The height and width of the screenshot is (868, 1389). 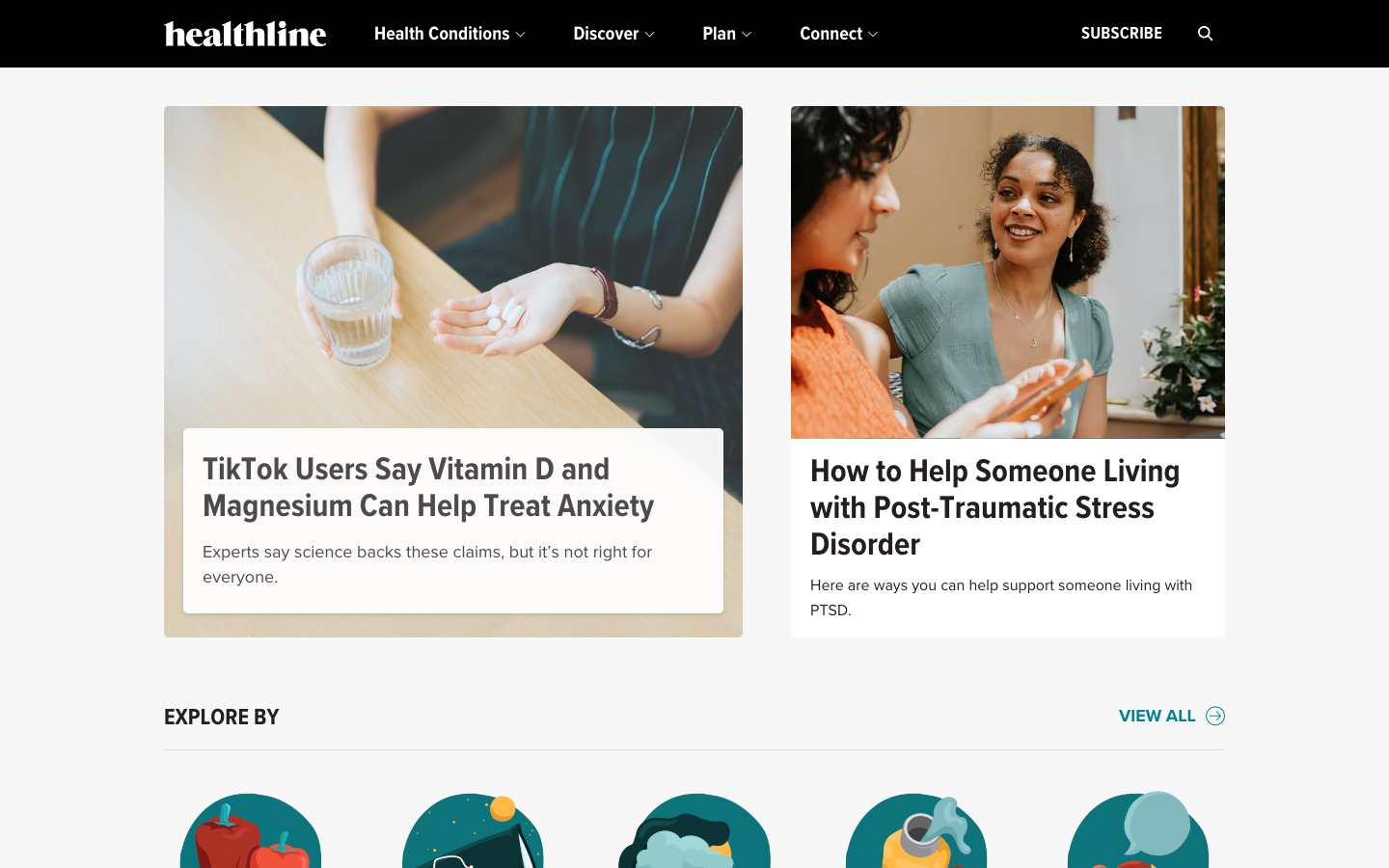 What do you see at coordinates (1121, 33) in the screenshot?
I see `Enroll for the healthline newsletter subscription` at bounding box center [1121, 33].